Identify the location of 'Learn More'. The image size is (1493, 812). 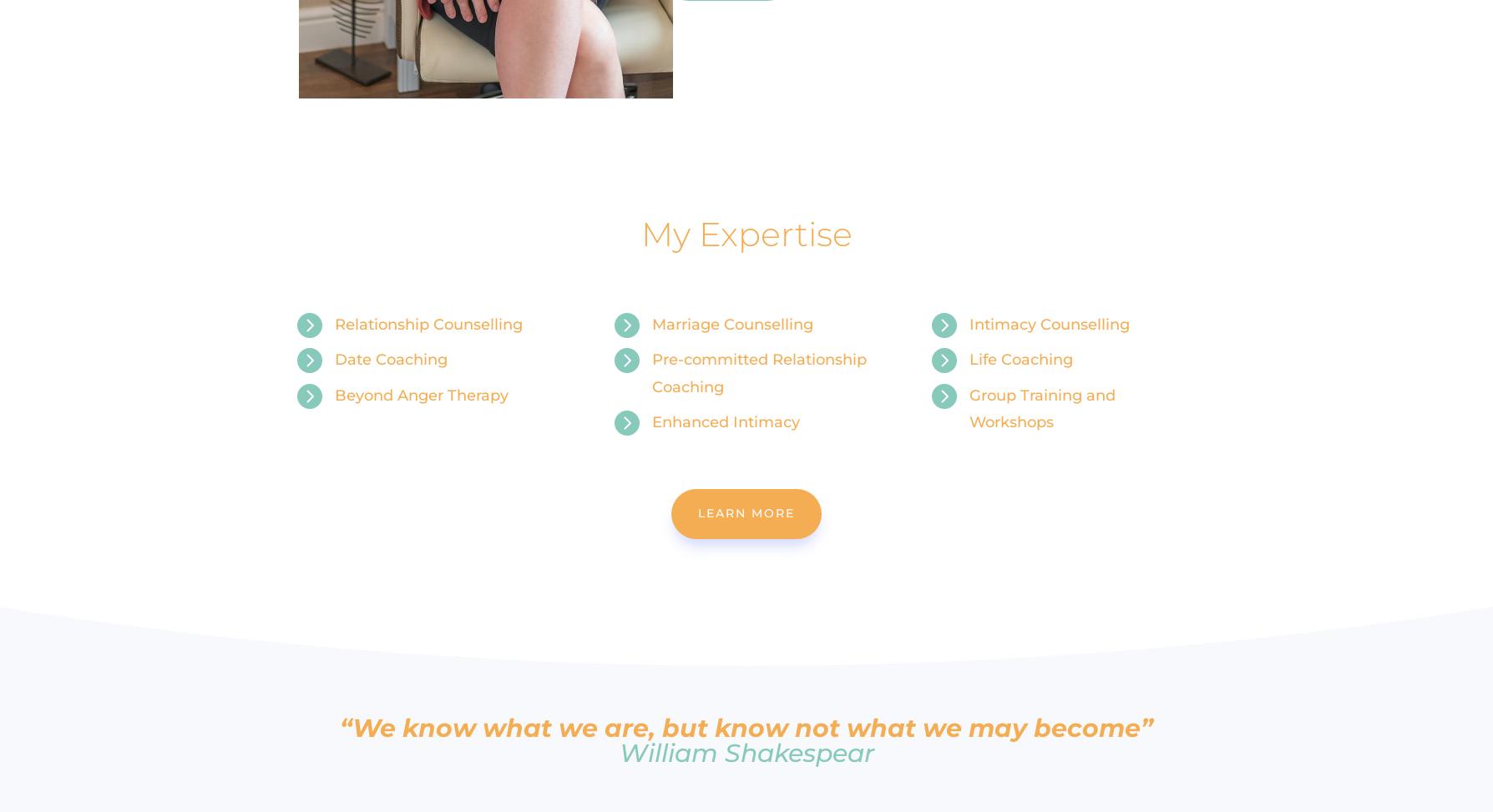
(746, 513).